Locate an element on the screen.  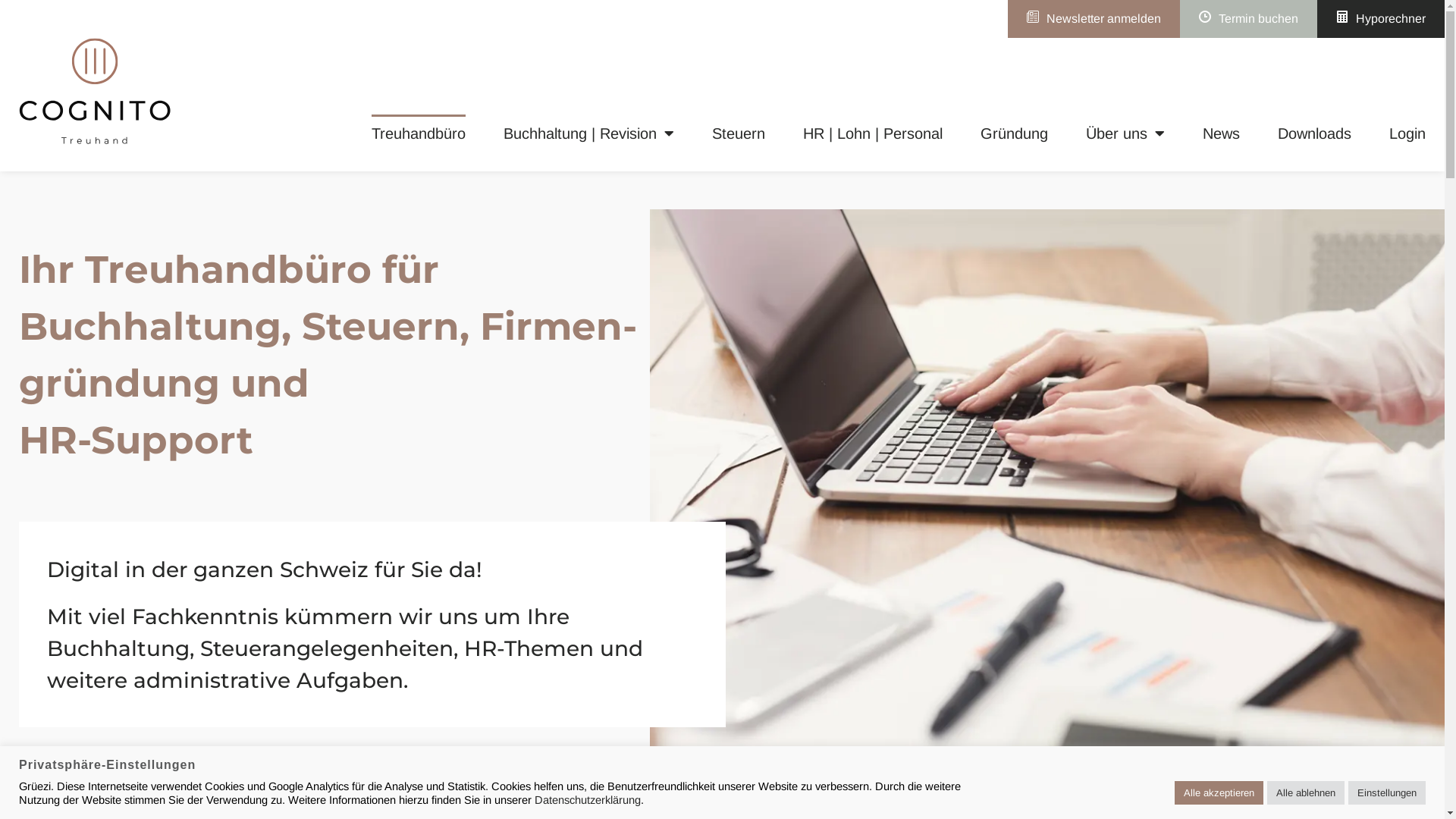
'Newsletter anmelden' is located at coordinates (1094, 18).